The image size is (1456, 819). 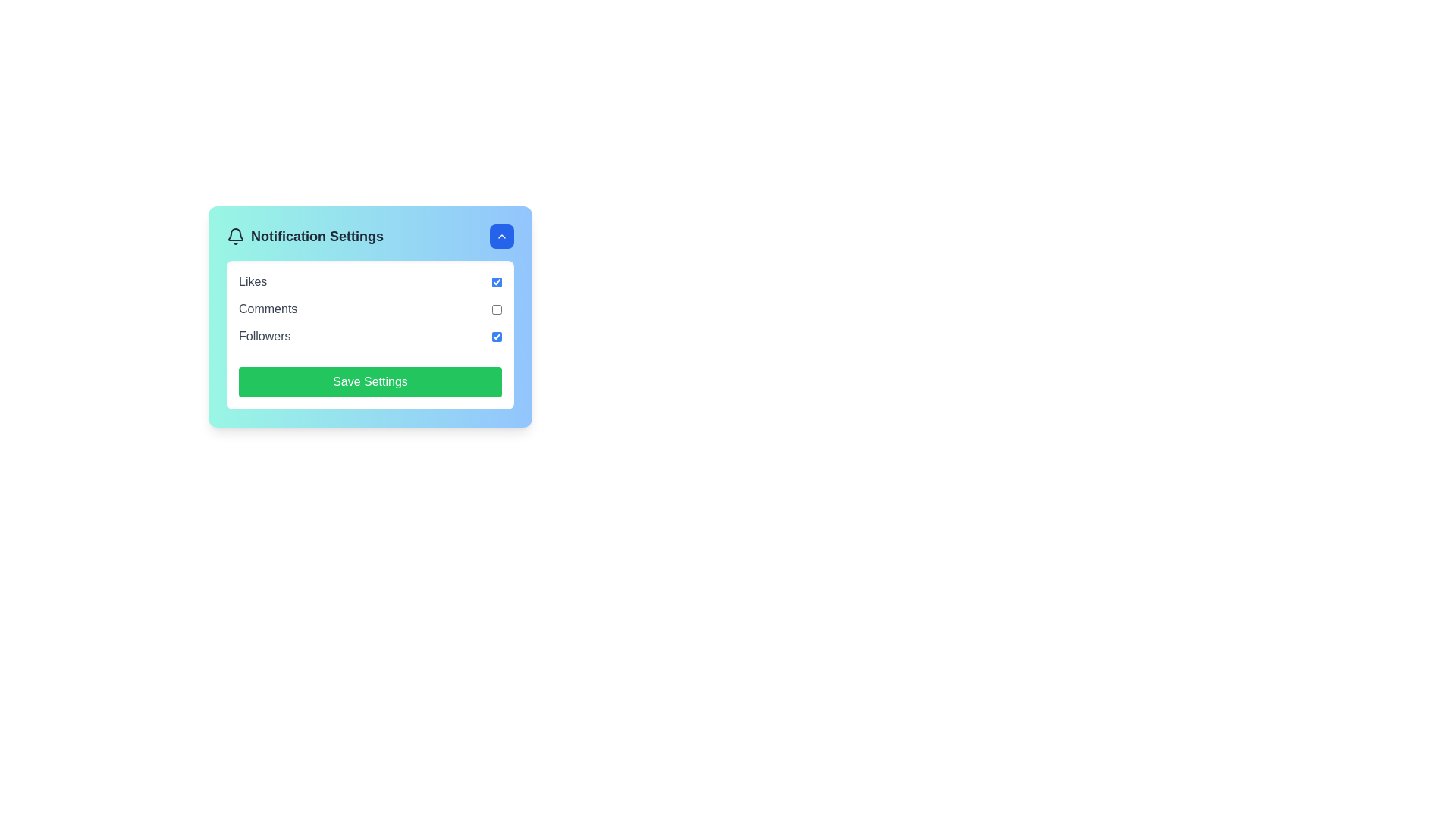 I want to click on the Text label that serves as a descriptive label for the adjacent checkbox, indicating its selection purpose, so click(x=253, y=281).